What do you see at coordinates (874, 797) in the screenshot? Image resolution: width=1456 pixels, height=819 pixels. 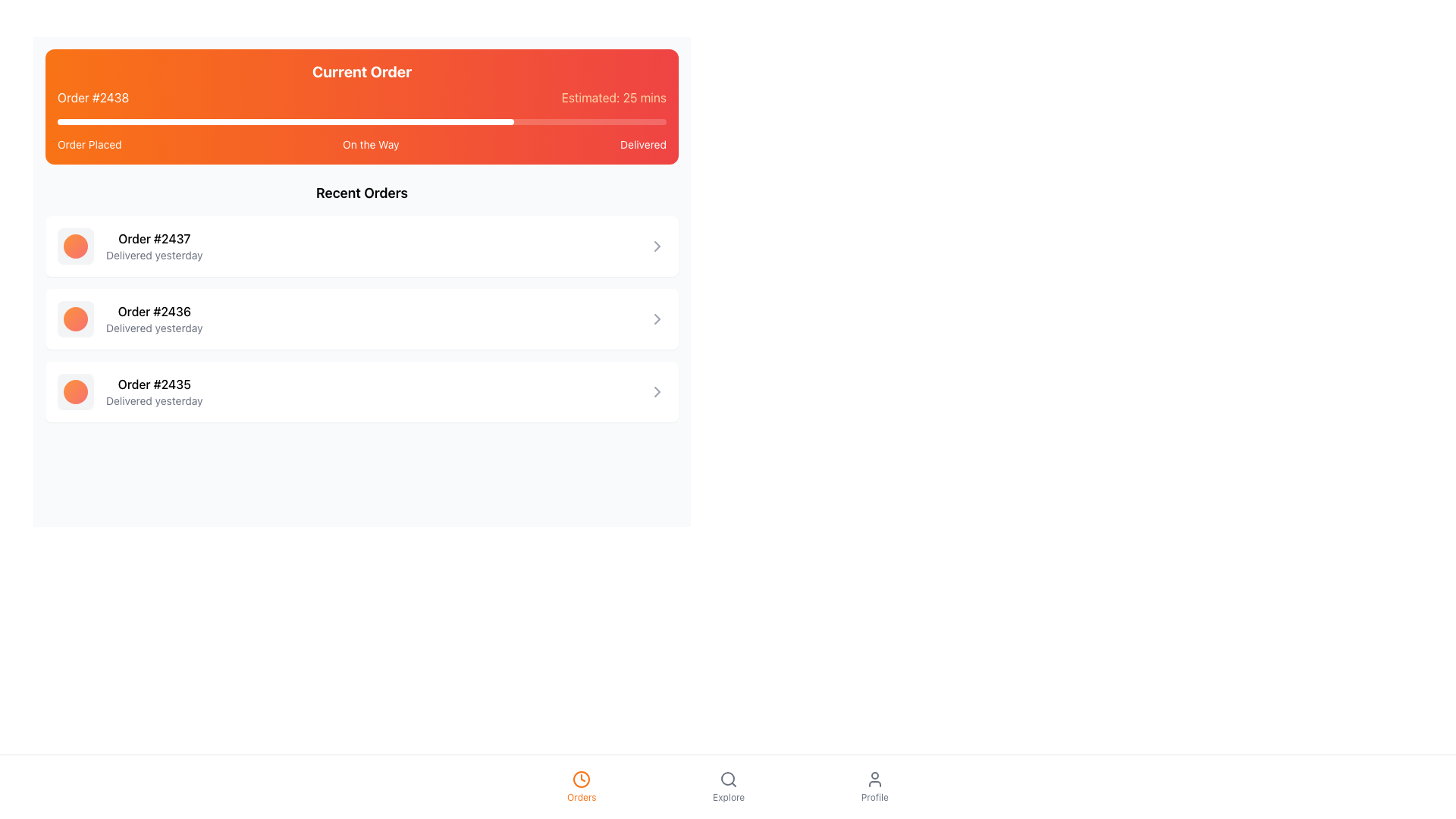 I see `the small gray text label labeled 'Profile' located at the bottom-right corner of the interface, part of the navigation menu below the user icon` at bounding box center [874, 797].